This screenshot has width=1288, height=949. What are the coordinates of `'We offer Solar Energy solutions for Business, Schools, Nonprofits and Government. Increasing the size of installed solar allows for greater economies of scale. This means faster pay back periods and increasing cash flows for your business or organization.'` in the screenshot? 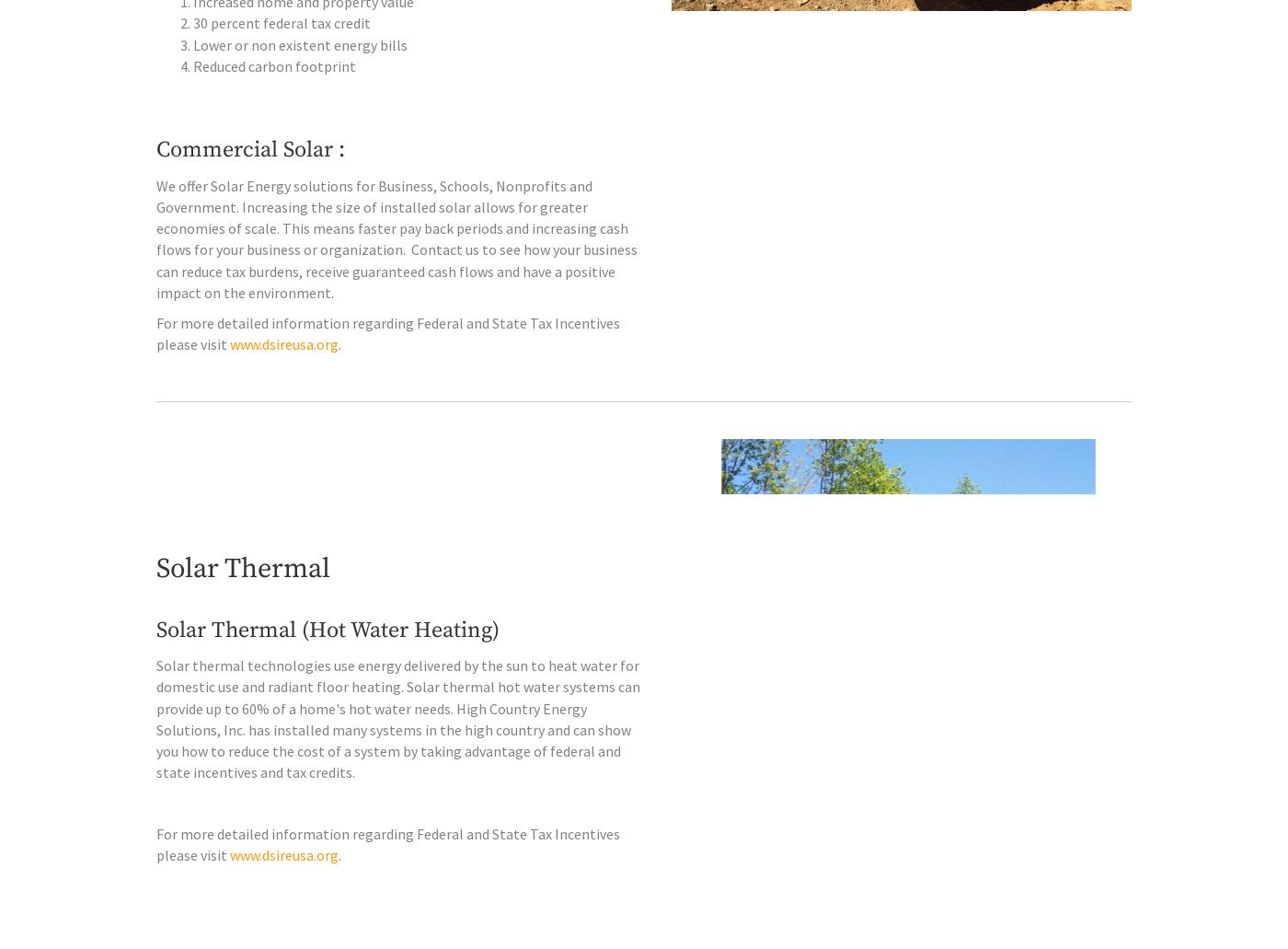 It's located at (392, 255).